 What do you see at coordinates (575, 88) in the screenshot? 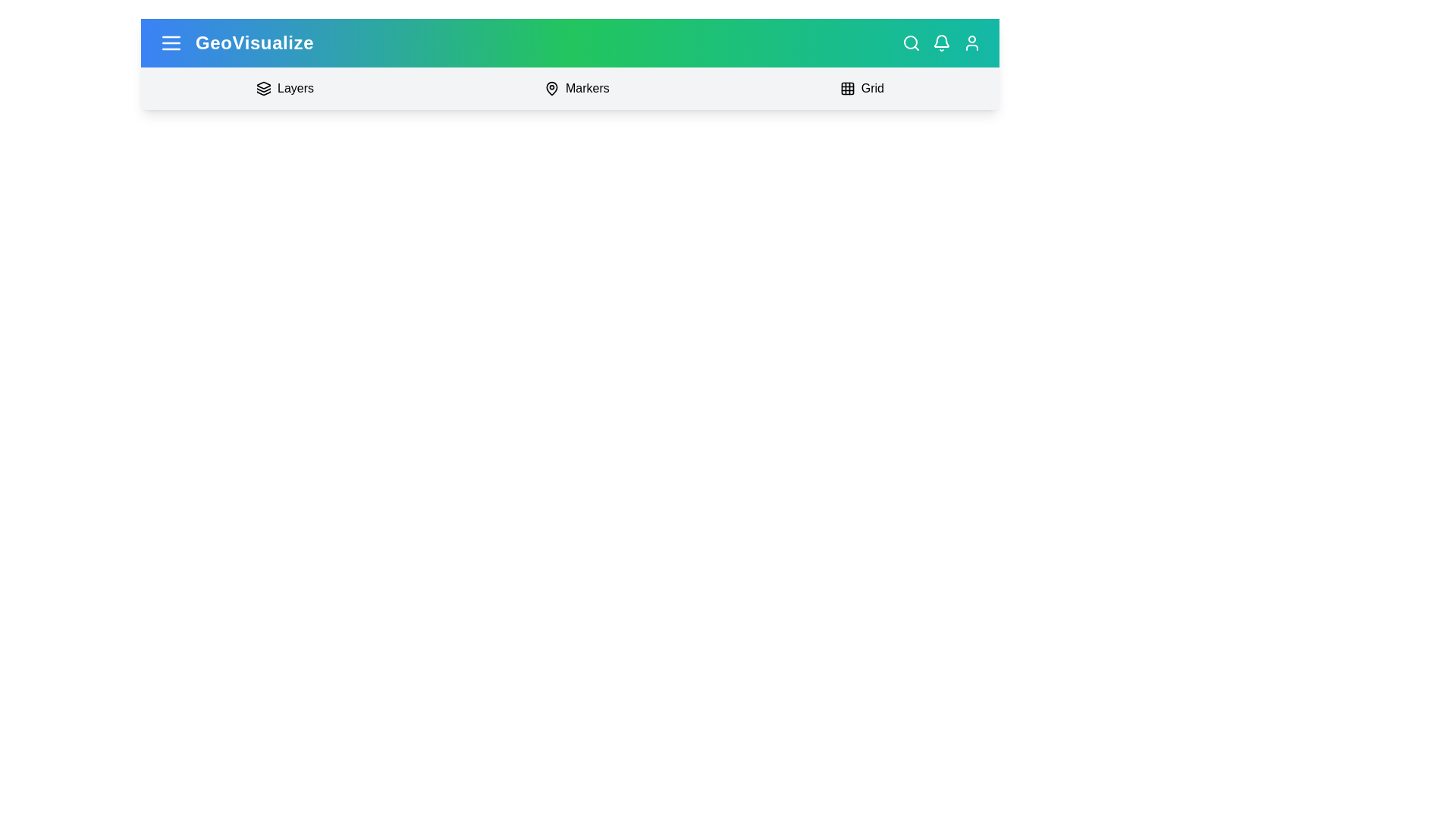
I see `the 'Markers' button to toggle the Markers panel` at bounding box center [575, 88].